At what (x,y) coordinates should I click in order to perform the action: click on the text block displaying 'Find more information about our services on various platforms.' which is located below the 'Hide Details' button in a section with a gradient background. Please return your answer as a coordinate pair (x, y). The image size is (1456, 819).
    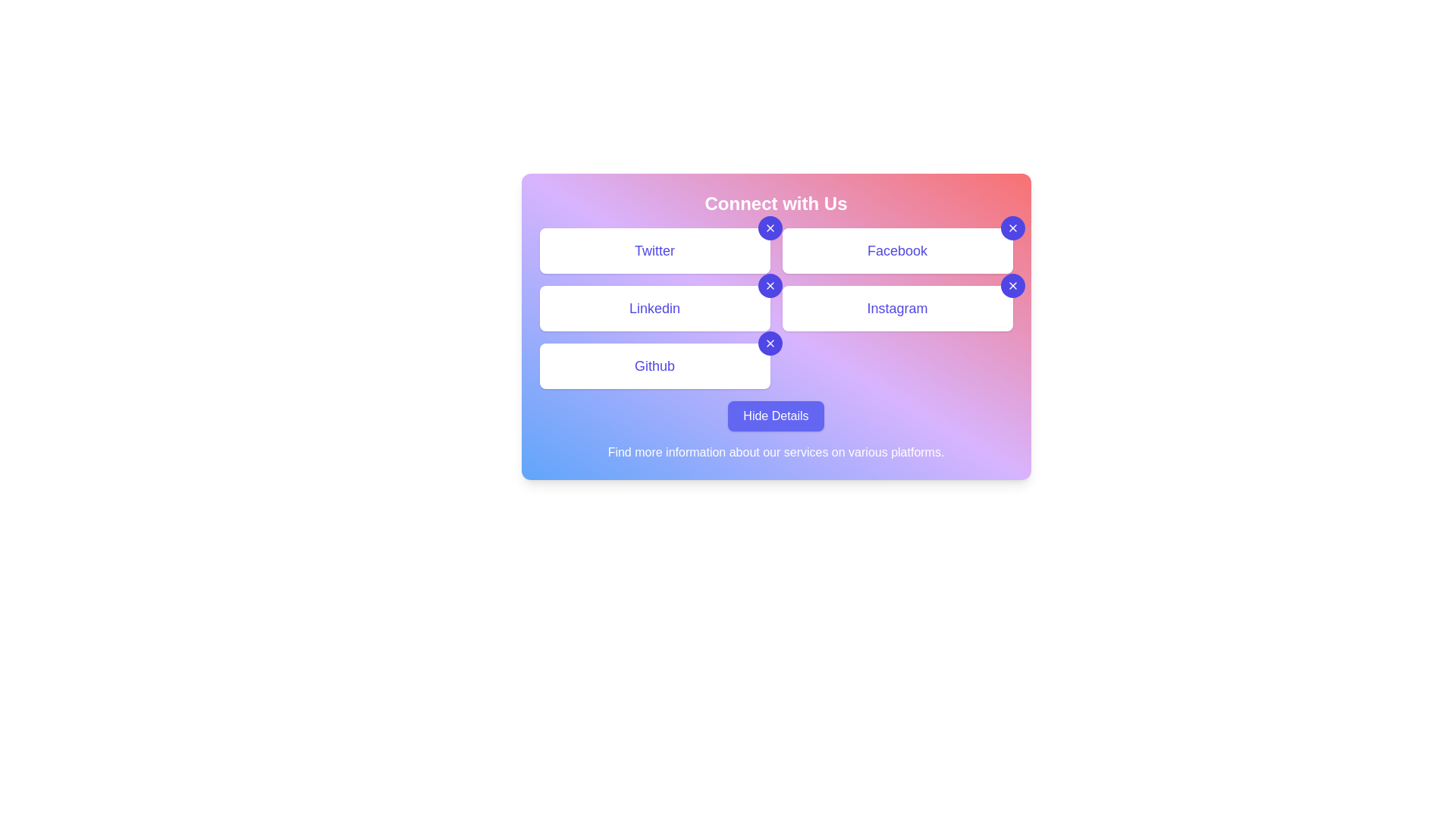
    Looking at the image, I should click on (776, 452).